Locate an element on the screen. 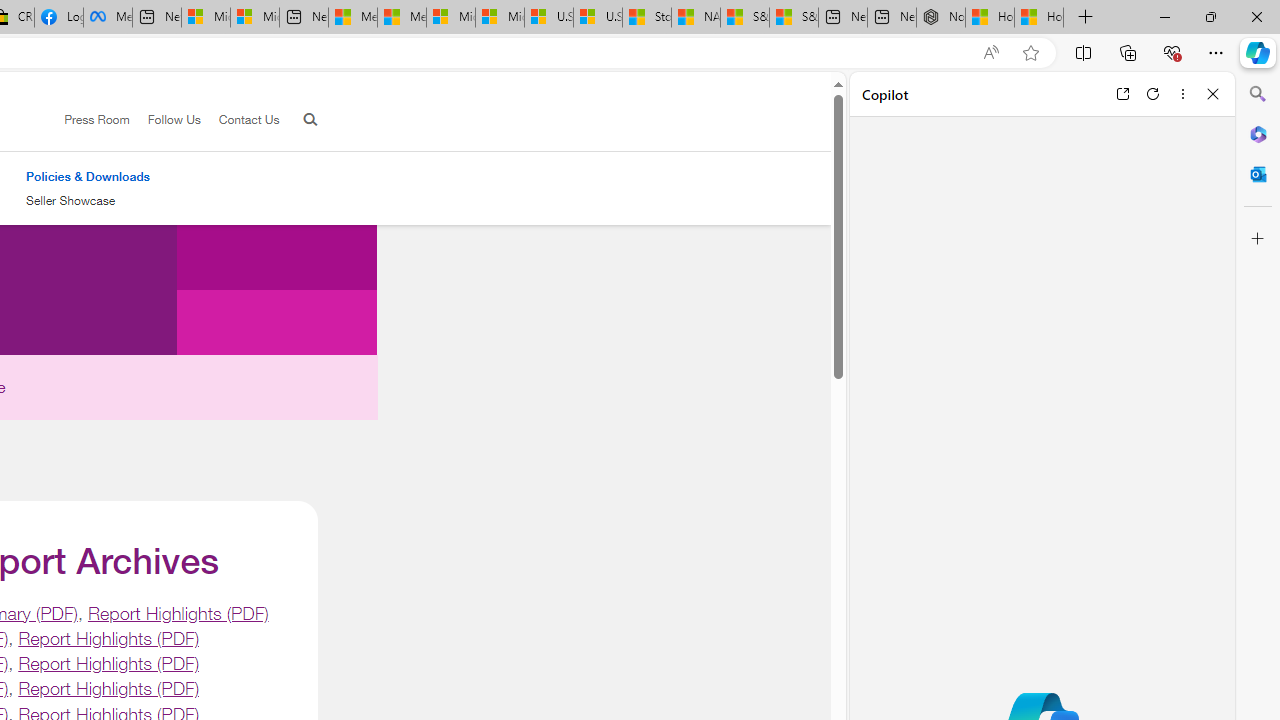  'S&P 500, Nasdaq end lower, weighed by Nvidia dip | Watch' is located at coordinates (793, 17).